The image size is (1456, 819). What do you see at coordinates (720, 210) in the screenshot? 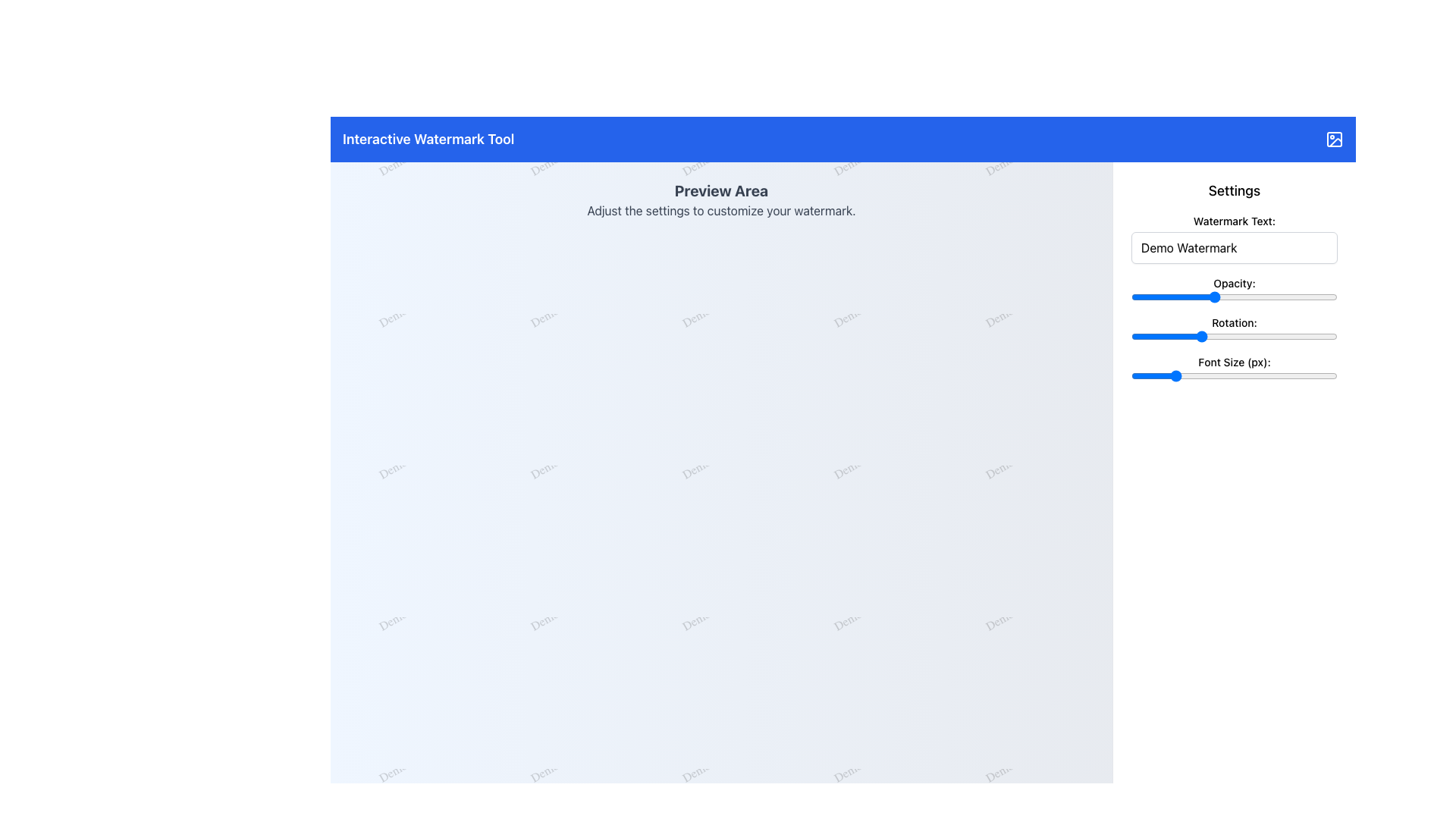
I see `the text label that provides instructions for customizing the watermark settings, located below the 'Preview Area' bold text` at bounding box center [720, 210].